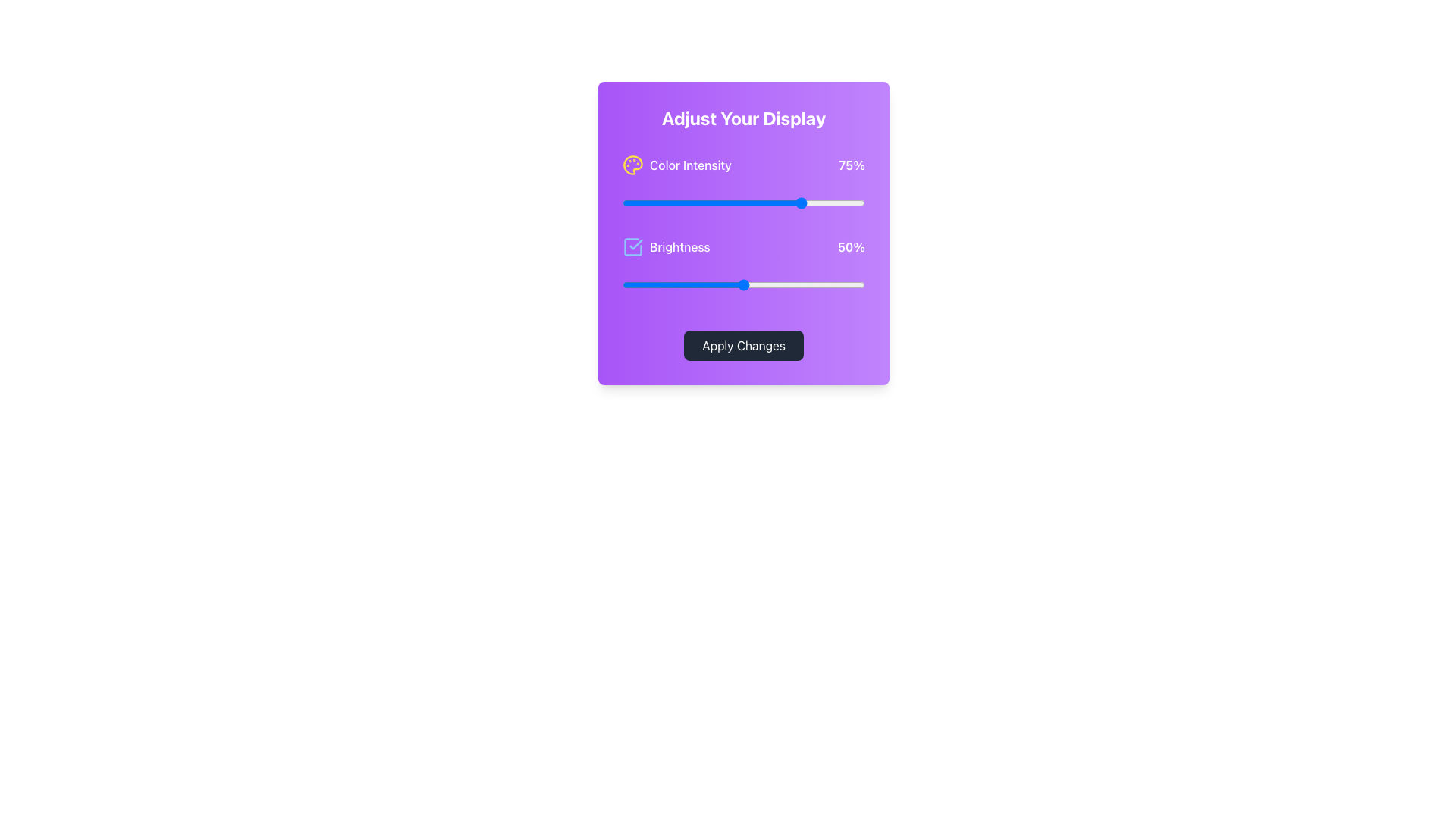 Image resolution: width=1456 pixels, height=819 pixels. Describe the element at coordinates (716, 284) in the screenshot. I see `the Brightness slider` at that location.